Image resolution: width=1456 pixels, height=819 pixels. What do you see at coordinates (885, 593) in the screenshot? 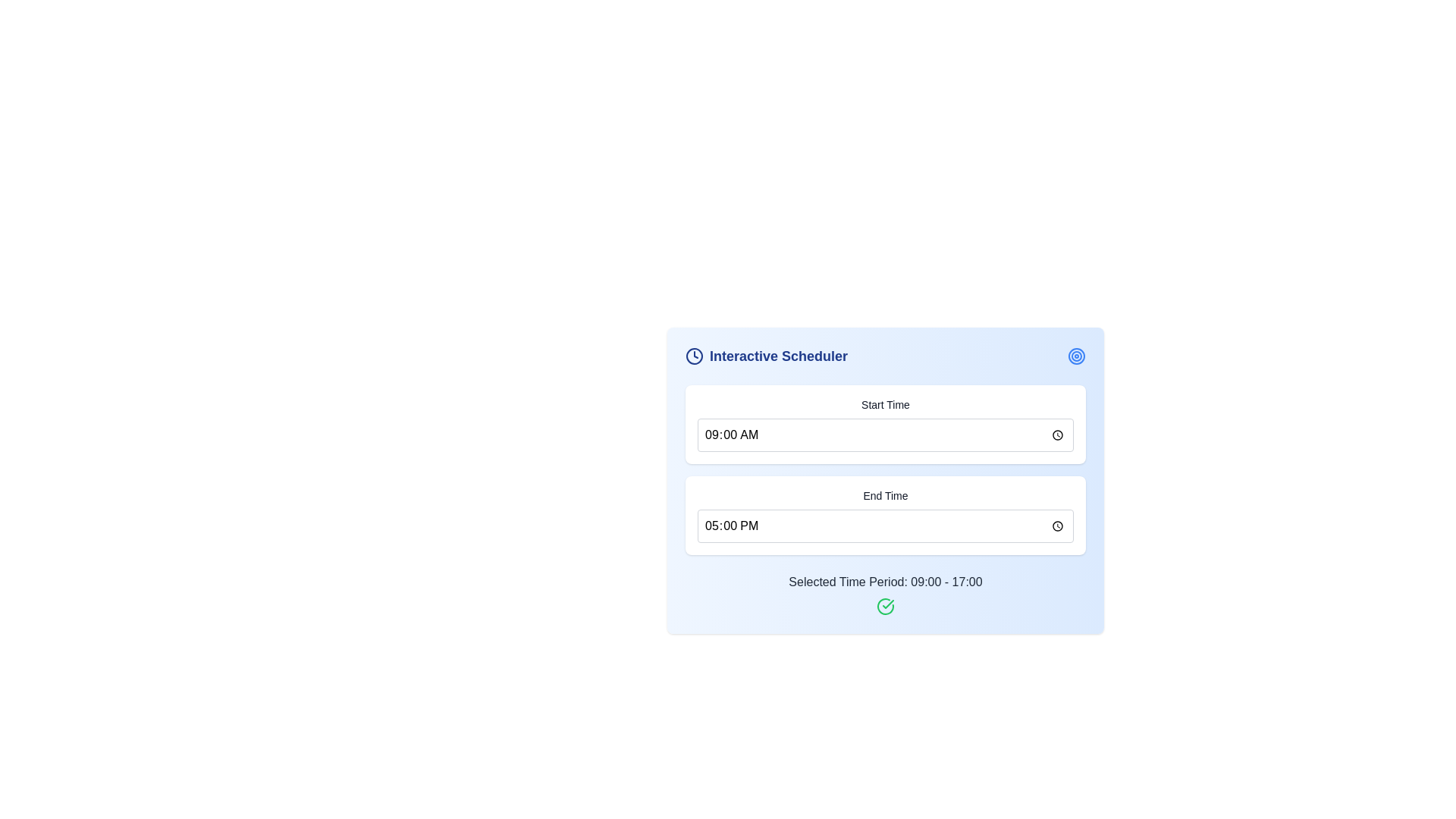
I see `the label displaying 'Selected Time Period: 09:00 - 17:00' with a green check-circle icon, located at the bottom of the 'Interactive Scheduler' section` at bounding box center [885, 593].